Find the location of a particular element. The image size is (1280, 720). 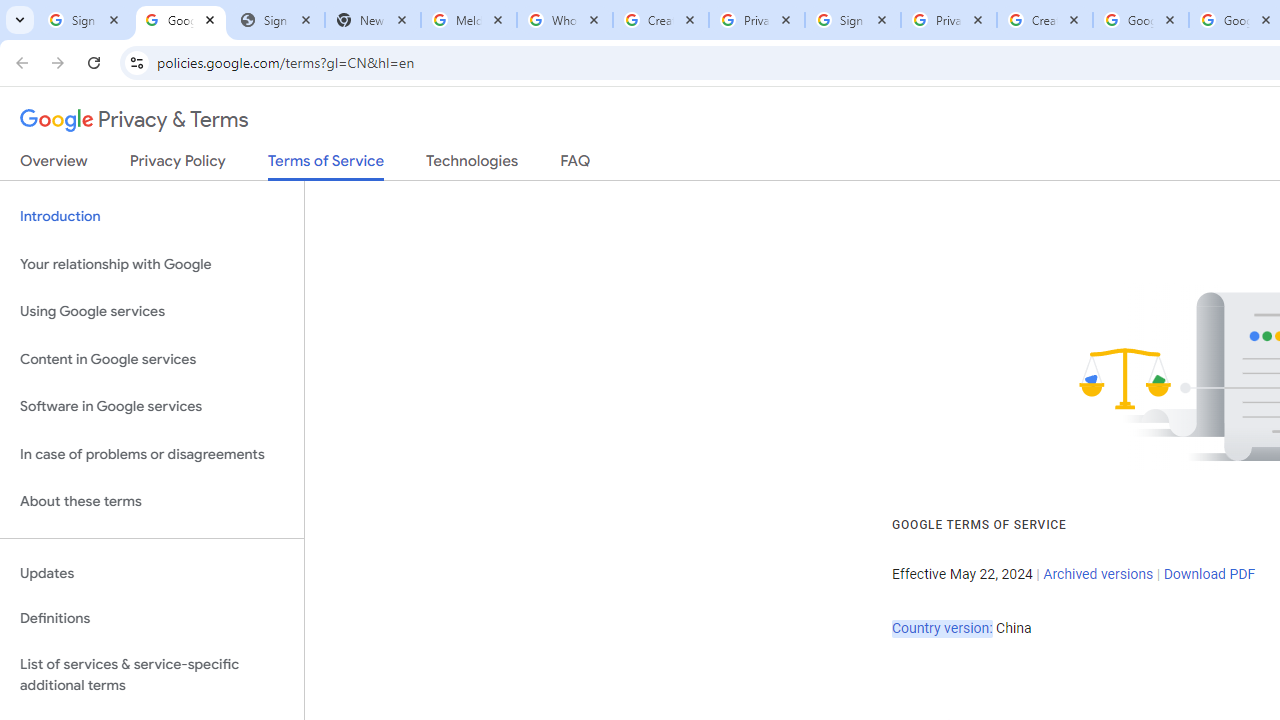

'List of services & service-specific additional terms' is located at coordinates (151, 675).